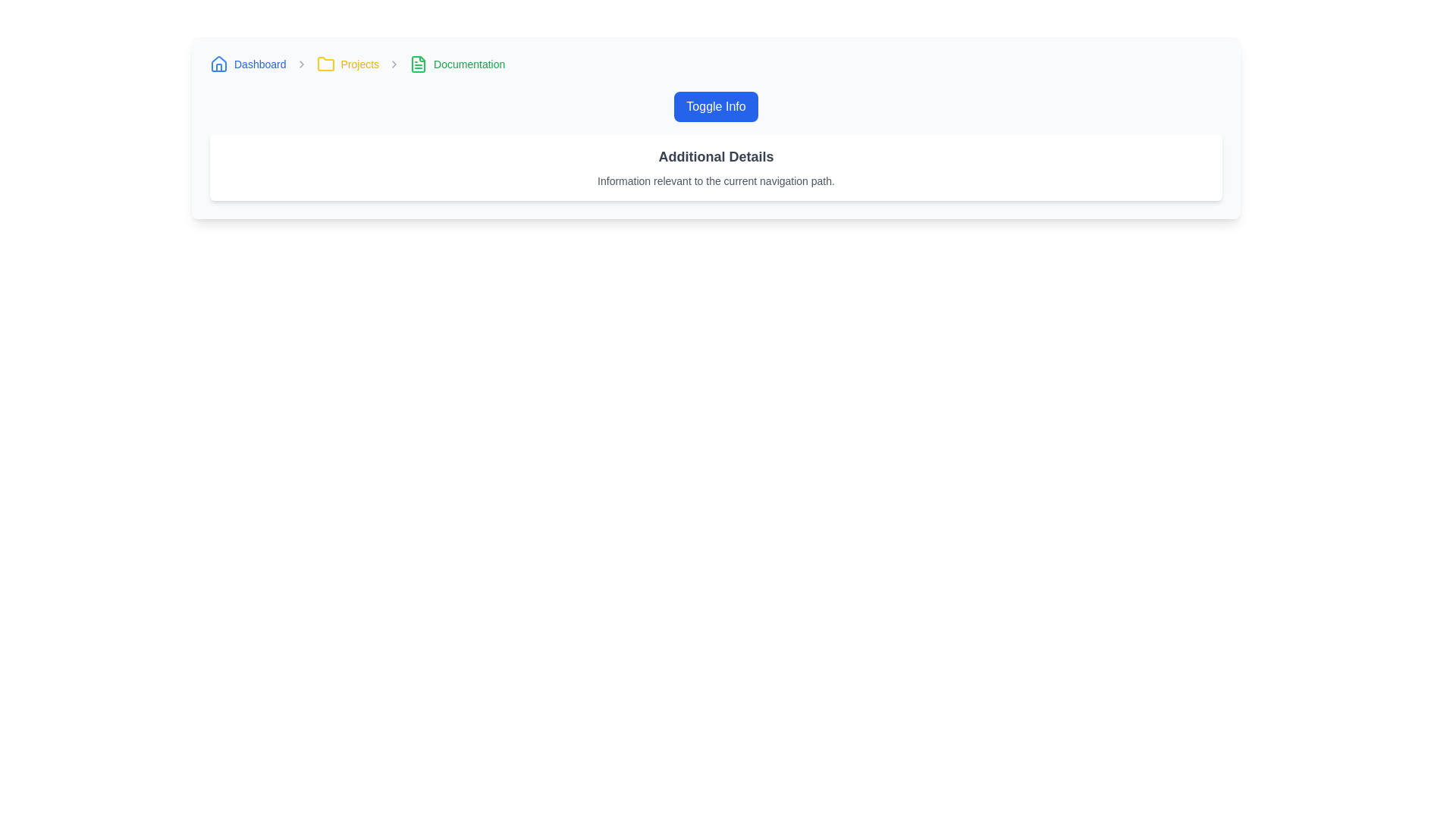 This screenshot has width=1456, height=819. I want to click on the navigational hyperlink in the breadcrumb navigation bar, so click(260, 63).